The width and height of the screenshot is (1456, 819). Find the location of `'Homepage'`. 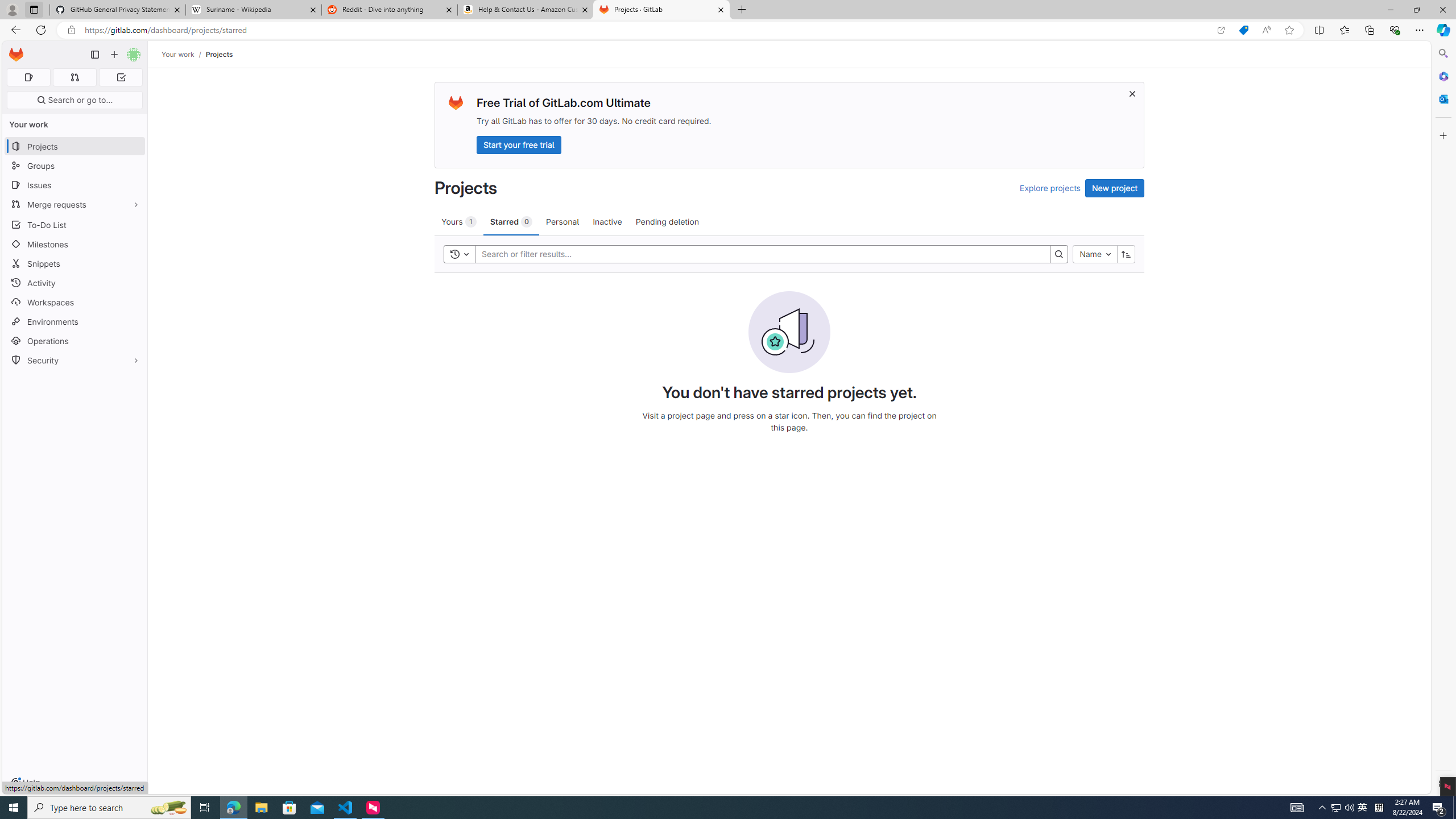

'Homepage' is located at coordinates (16, 54).